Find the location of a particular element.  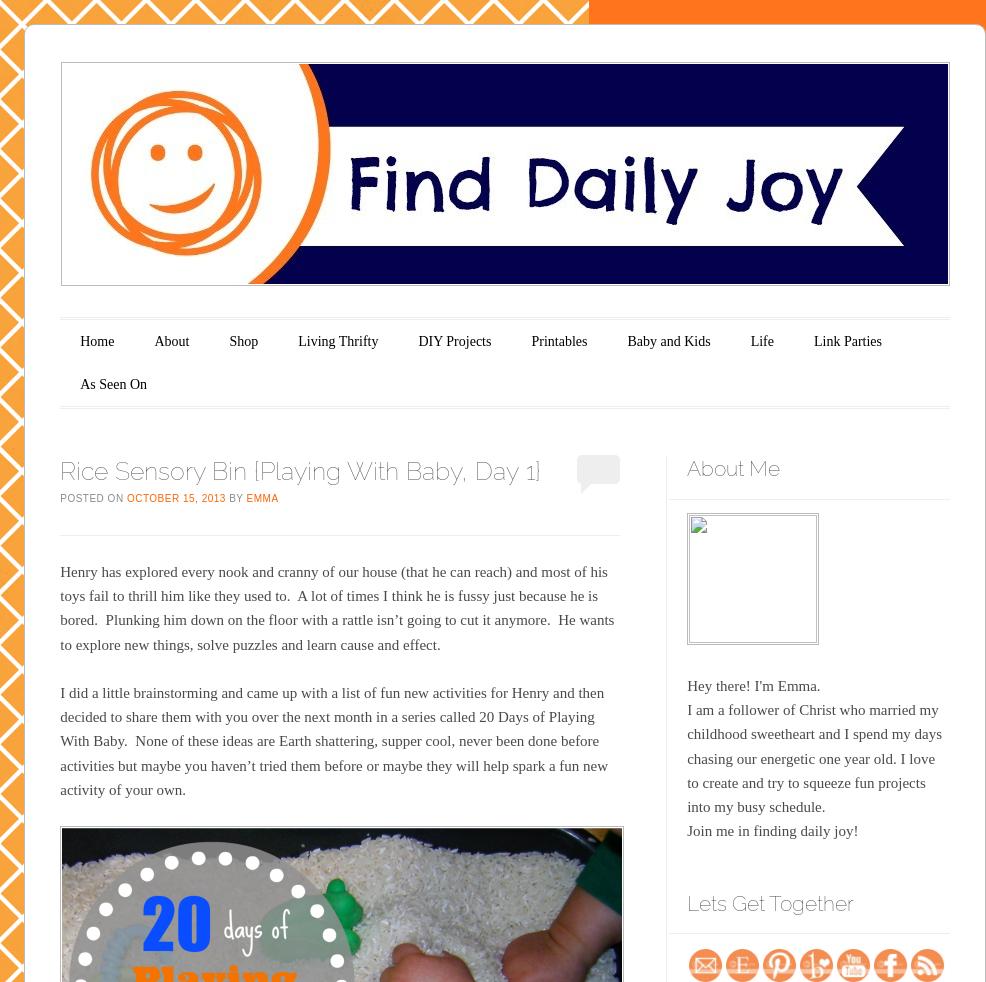

'Henry has explored every nook and cranny of our house (that he can reach) and most of his toys fail to thrill him like they used to.  A lot of times I think he is fussy just because he is bored.  Plunking him down on the floor with a rattle isn’t going to cut it anymore.  He wants to explore new things, solve puzzles and learn cause and effect.' is located at coordinates (336, 606).